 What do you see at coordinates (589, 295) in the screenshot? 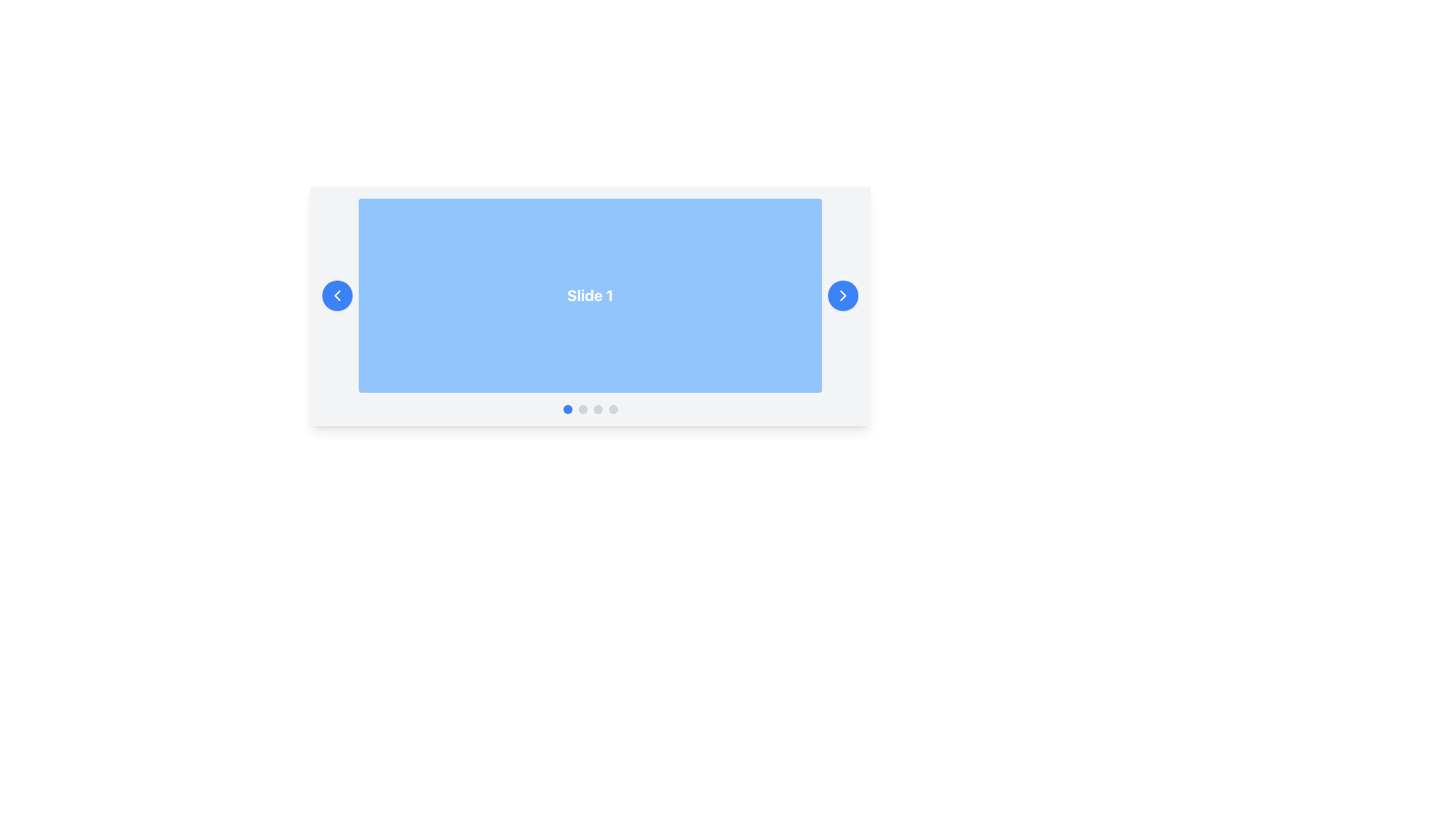
I see `the Content Display Area that has a light blue background and prominently displays the text 'Slide 1' in bold white, located at the center of the carousel` at bounding box center [589, 295].